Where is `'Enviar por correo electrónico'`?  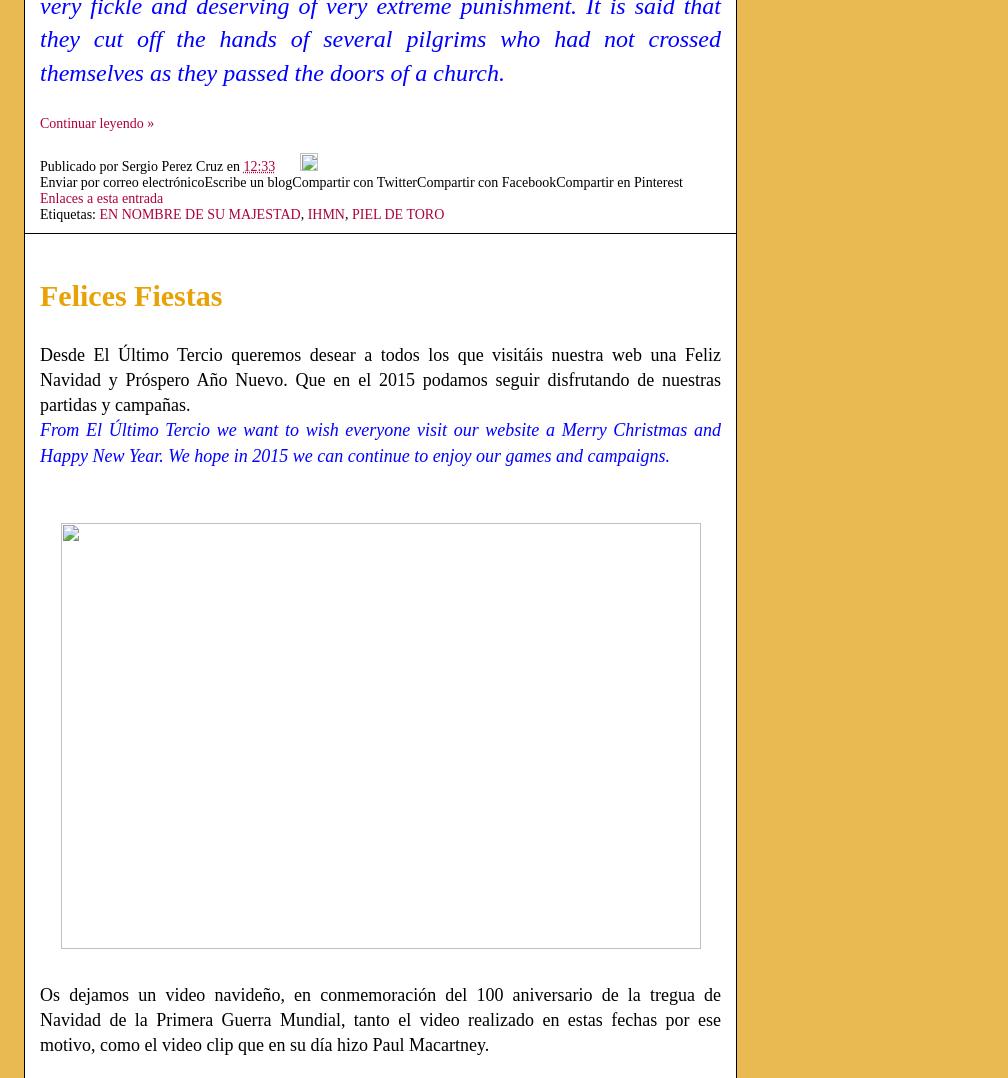
'Enviar por correo electrónico' is located at coordinates (40, 180).